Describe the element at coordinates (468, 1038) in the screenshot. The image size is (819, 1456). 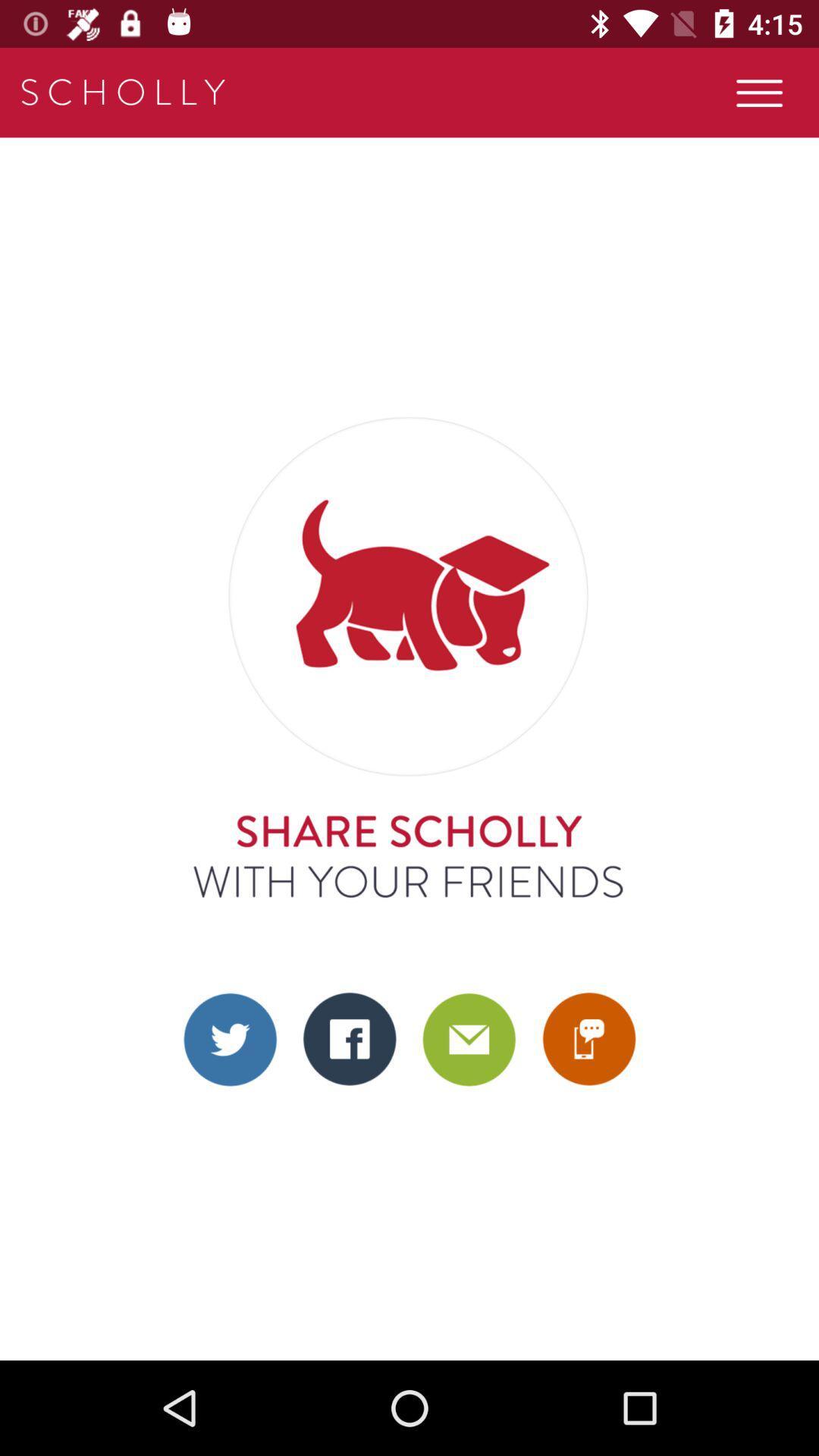
I see `the email icon` at that location.